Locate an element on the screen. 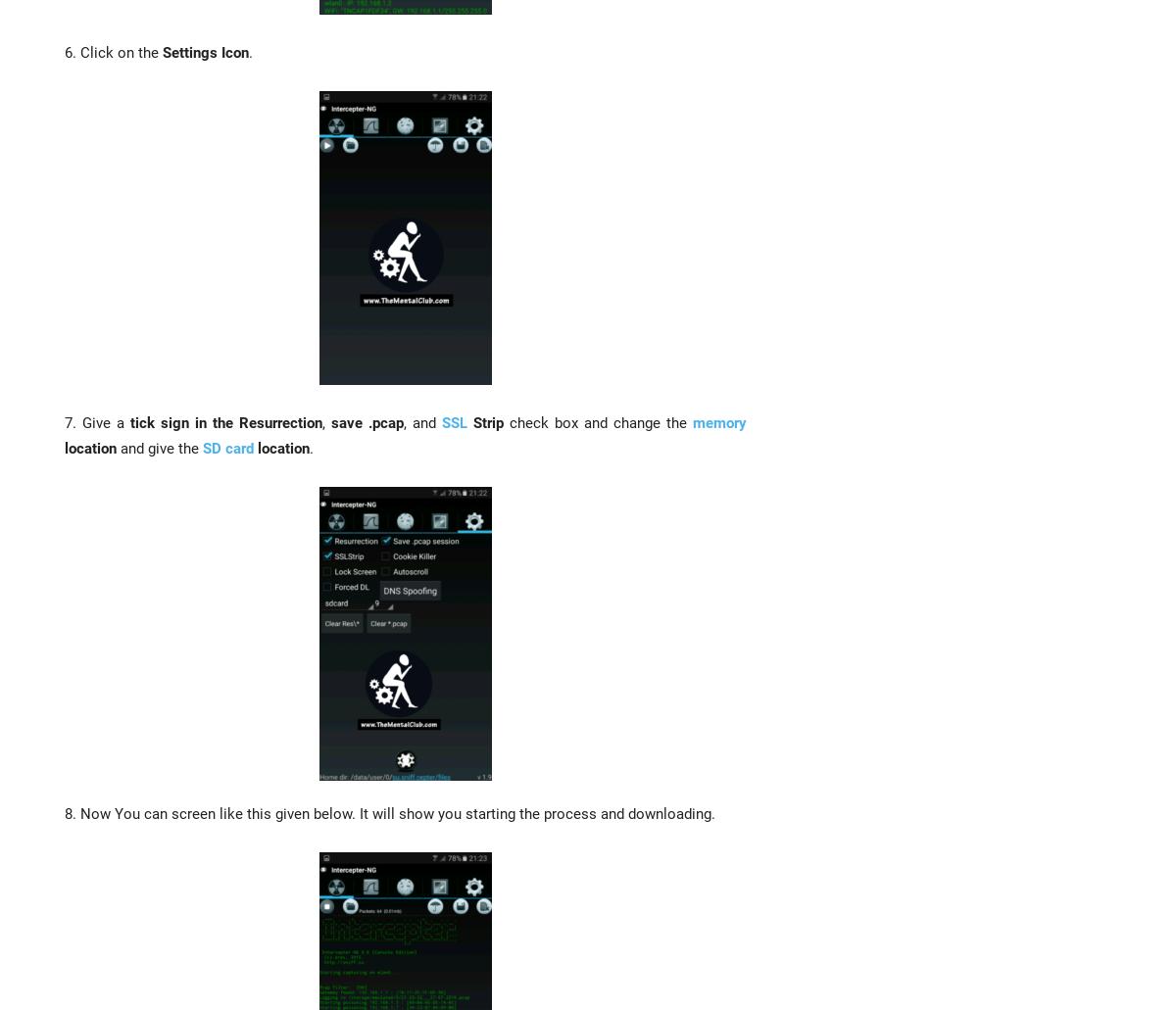 The height and width of the screenshot is (1010, 1176). 'tick sign in the Resurrection' is located at coordinates (129, 421).